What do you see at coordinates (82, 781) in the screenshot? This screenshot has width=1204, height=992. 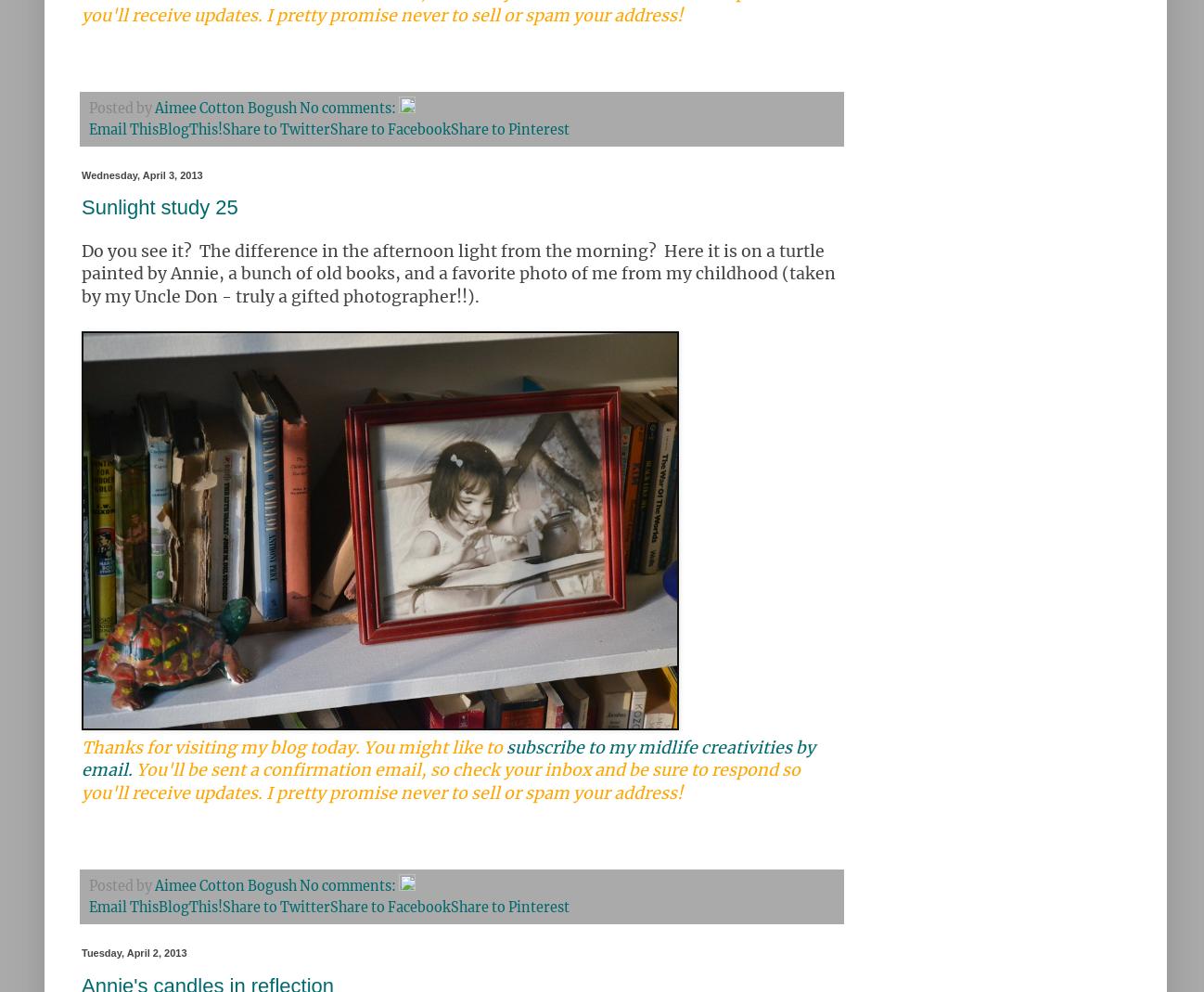 I see `'You'll be sent a confirmation email, so check your inbox and be sure to respond so you'll receive updates.  I pretty promise never to sell or spam your address!'` at bounding box center [82, 781].